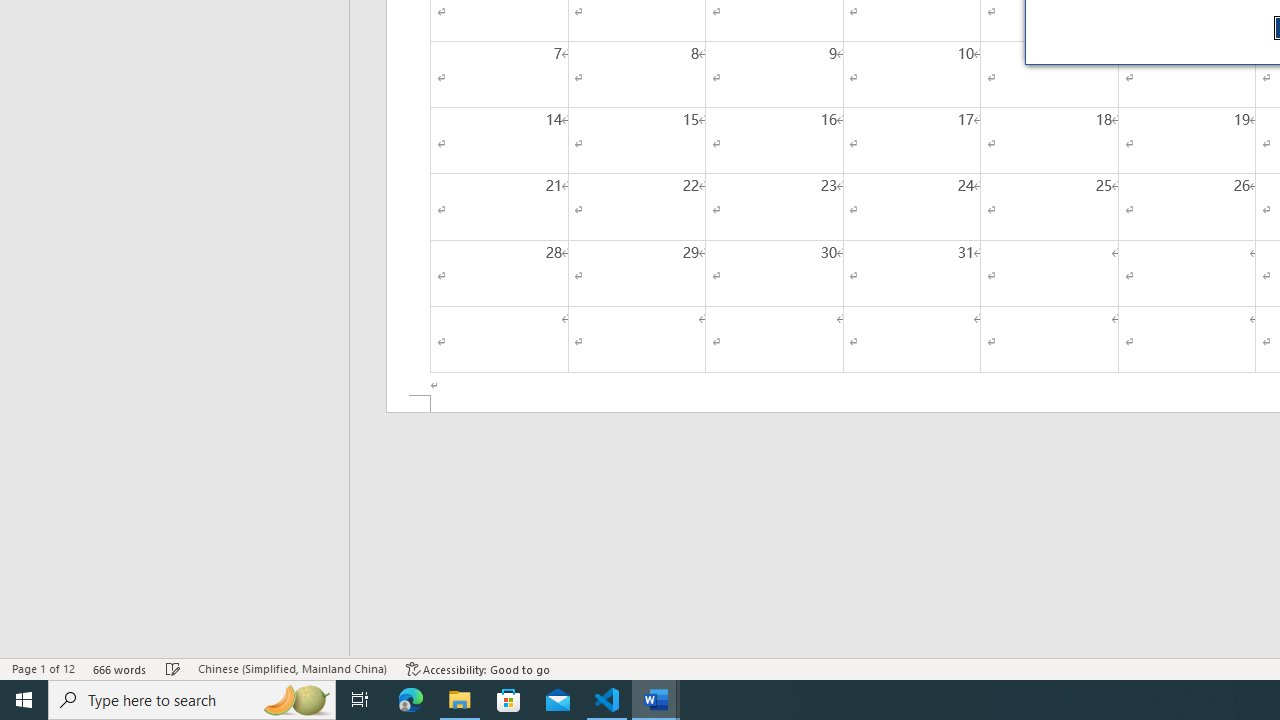  What do you see at coordinates (477, 669) in the screenshot?
I see `'Accessibility Checker Accessibility: Good to go'` at bounding box center [477, 669].